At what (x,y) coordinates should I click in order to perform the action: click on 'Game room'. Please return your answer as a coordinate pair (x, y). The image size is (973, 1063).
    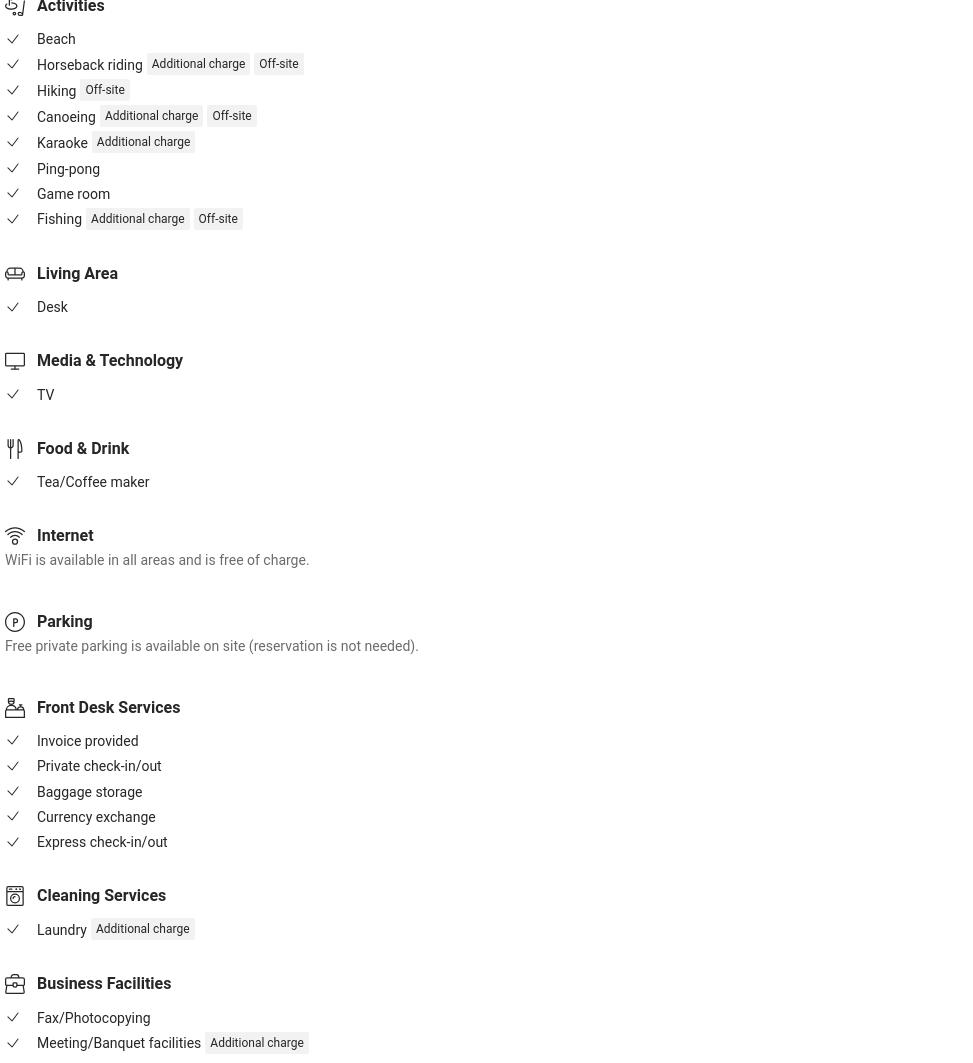
    Looking at the image, I should click on (72, 193).